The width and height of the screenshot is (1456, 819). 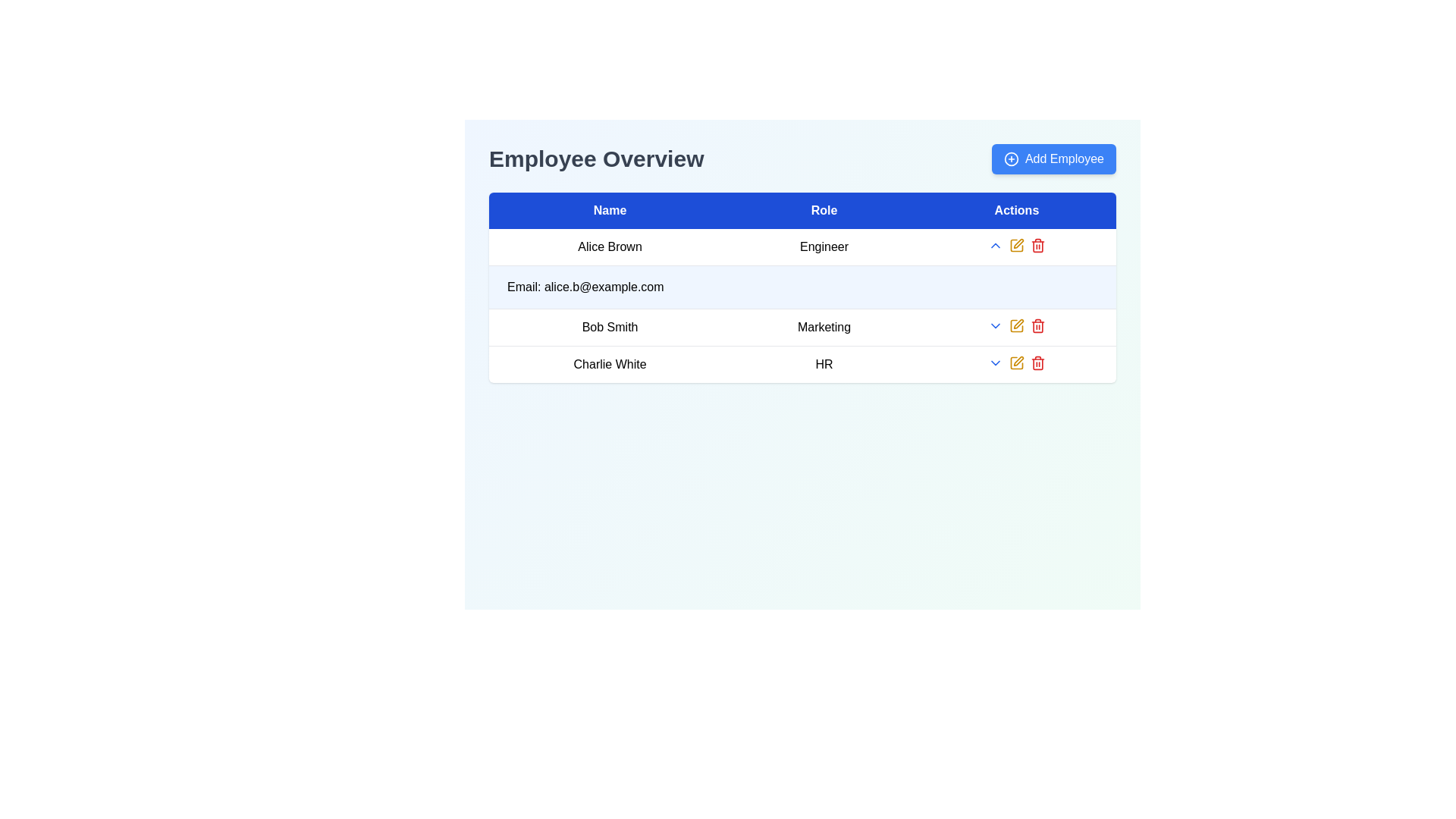 What do you see at coordinates (802, 158) in the screenshot?
I see `the Section Header with Action Button labeled 'Employee Overview' to provide context for the page` at bounding box center [802, 158].